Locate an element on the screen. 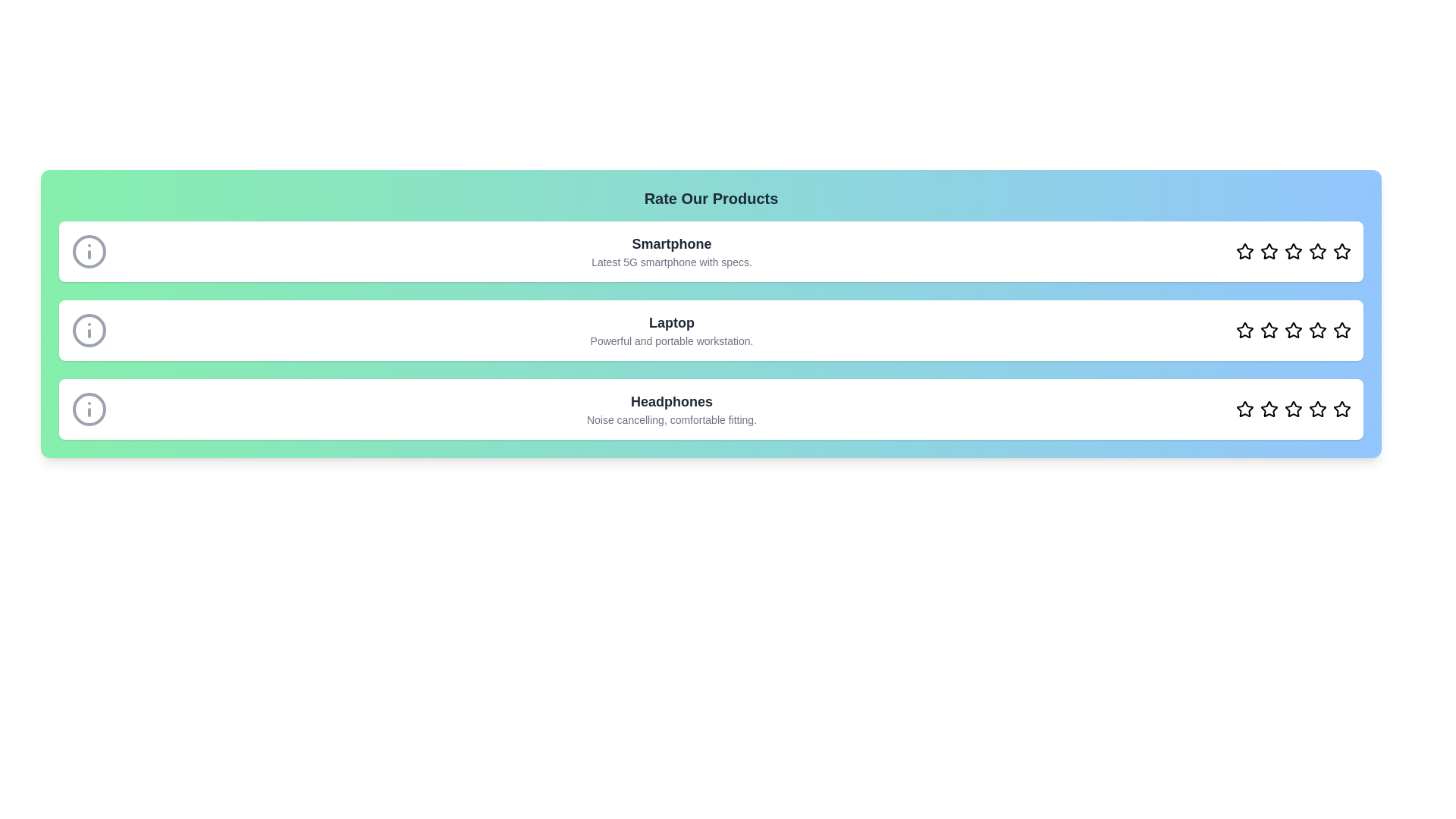 Image resolution: width=1456 pixels, height=819 pixels. the first star icon in the rating section is located at coordinates (1244, 250).